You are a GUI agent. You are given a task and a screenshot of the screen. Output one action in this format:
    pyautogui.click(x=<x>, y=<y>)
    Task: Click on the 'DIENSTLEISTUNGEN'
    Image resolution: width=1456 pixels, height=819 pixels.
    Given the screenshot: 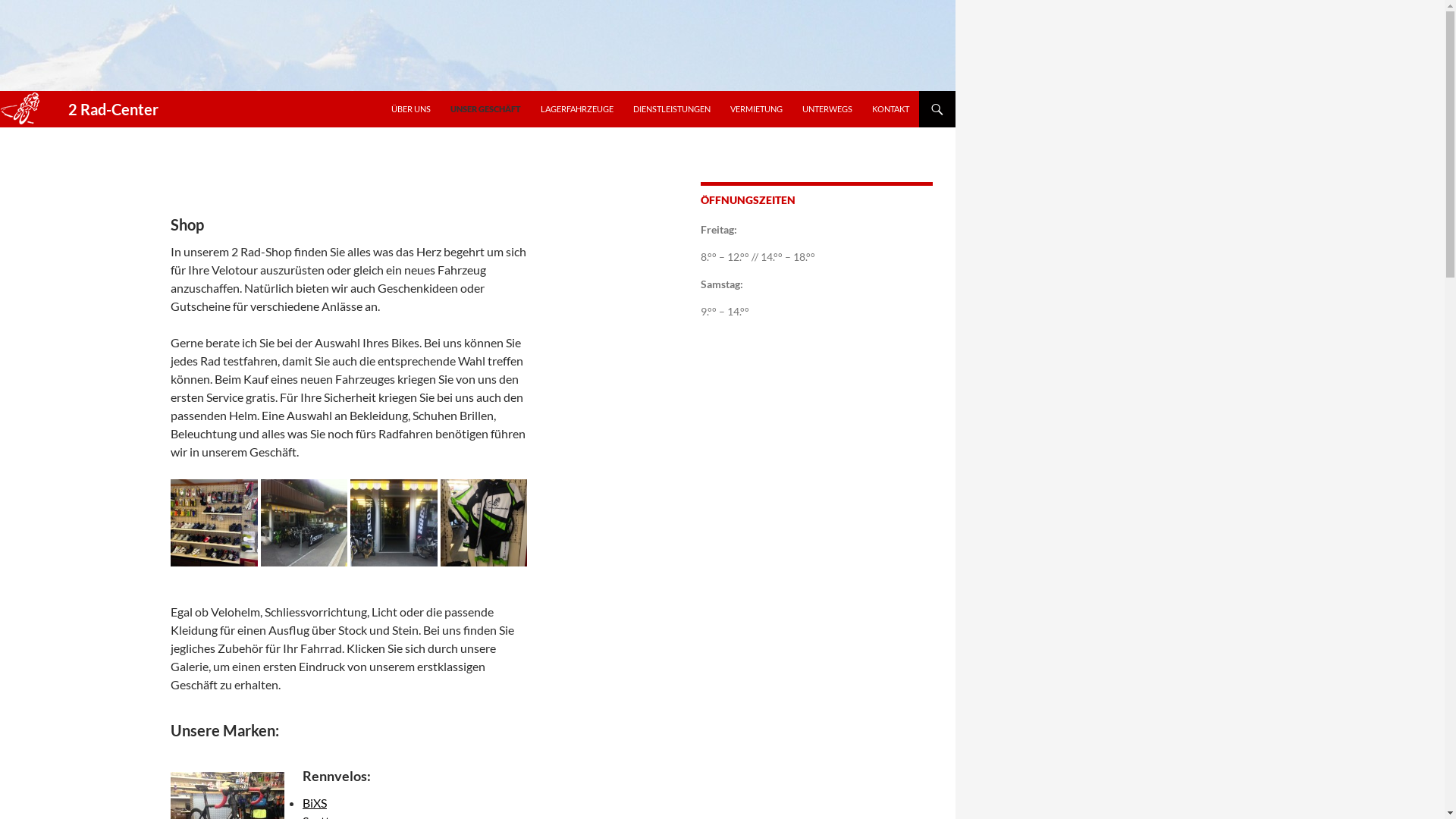 What is the action you would take?
    pyautogui.click(x=671, y=108)
    